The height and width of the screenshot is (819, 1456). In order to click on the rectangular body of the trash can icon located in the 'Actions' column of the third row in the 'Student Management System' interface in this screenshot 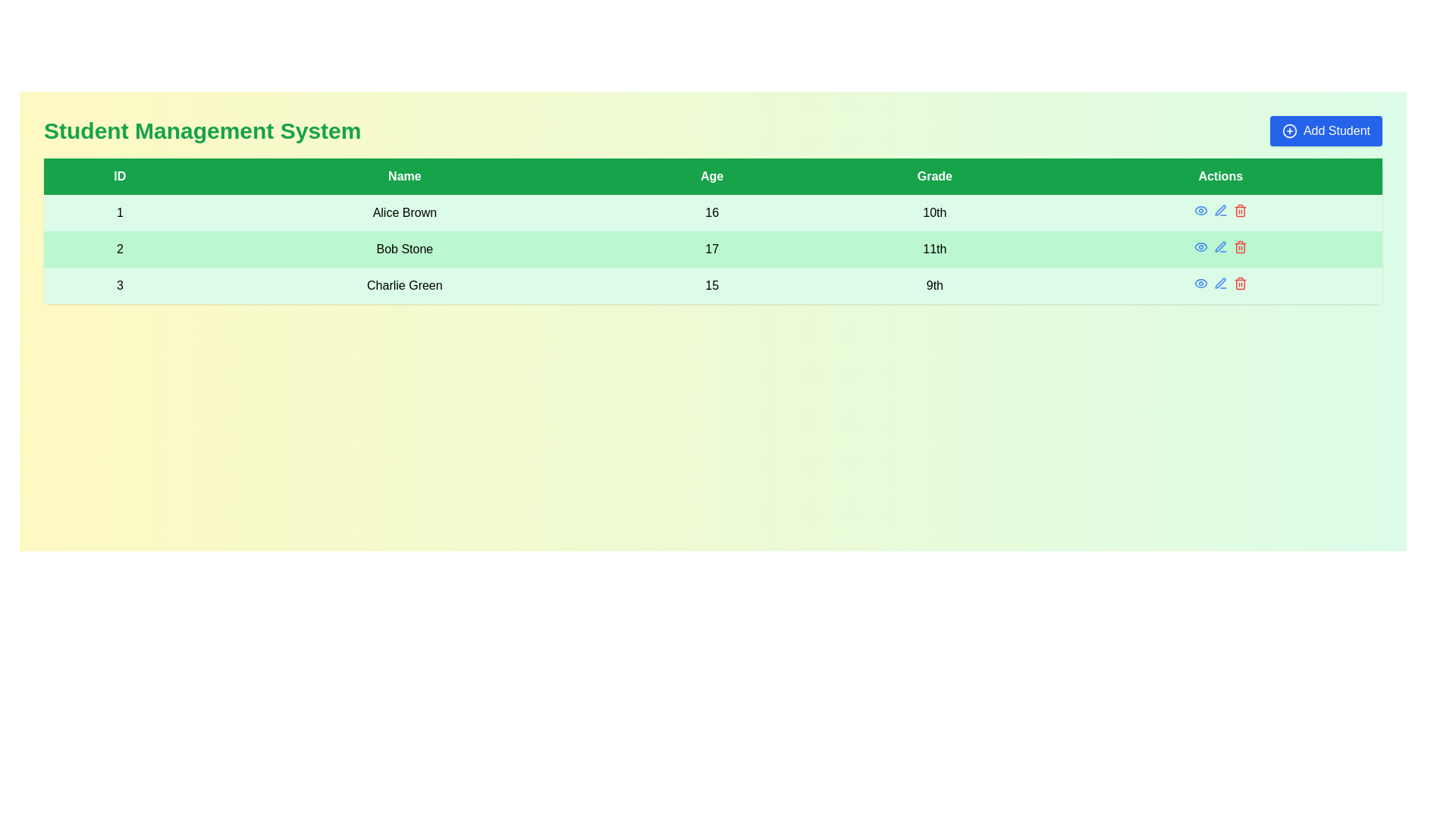, I will do `click(1240, 212)`.